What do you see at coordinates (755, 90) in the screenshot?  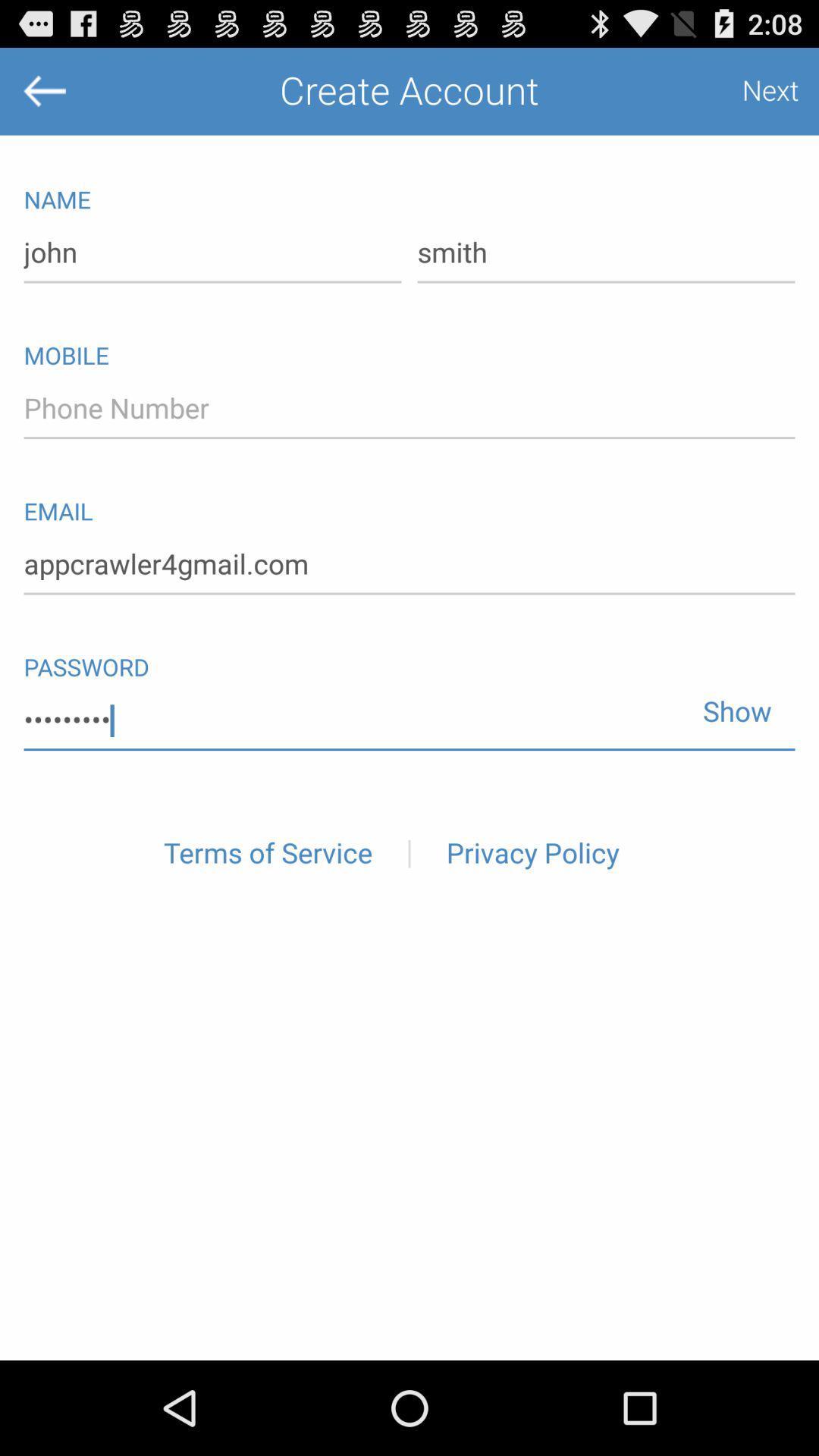 I see `the next icon` at bounding box center [755, 90].